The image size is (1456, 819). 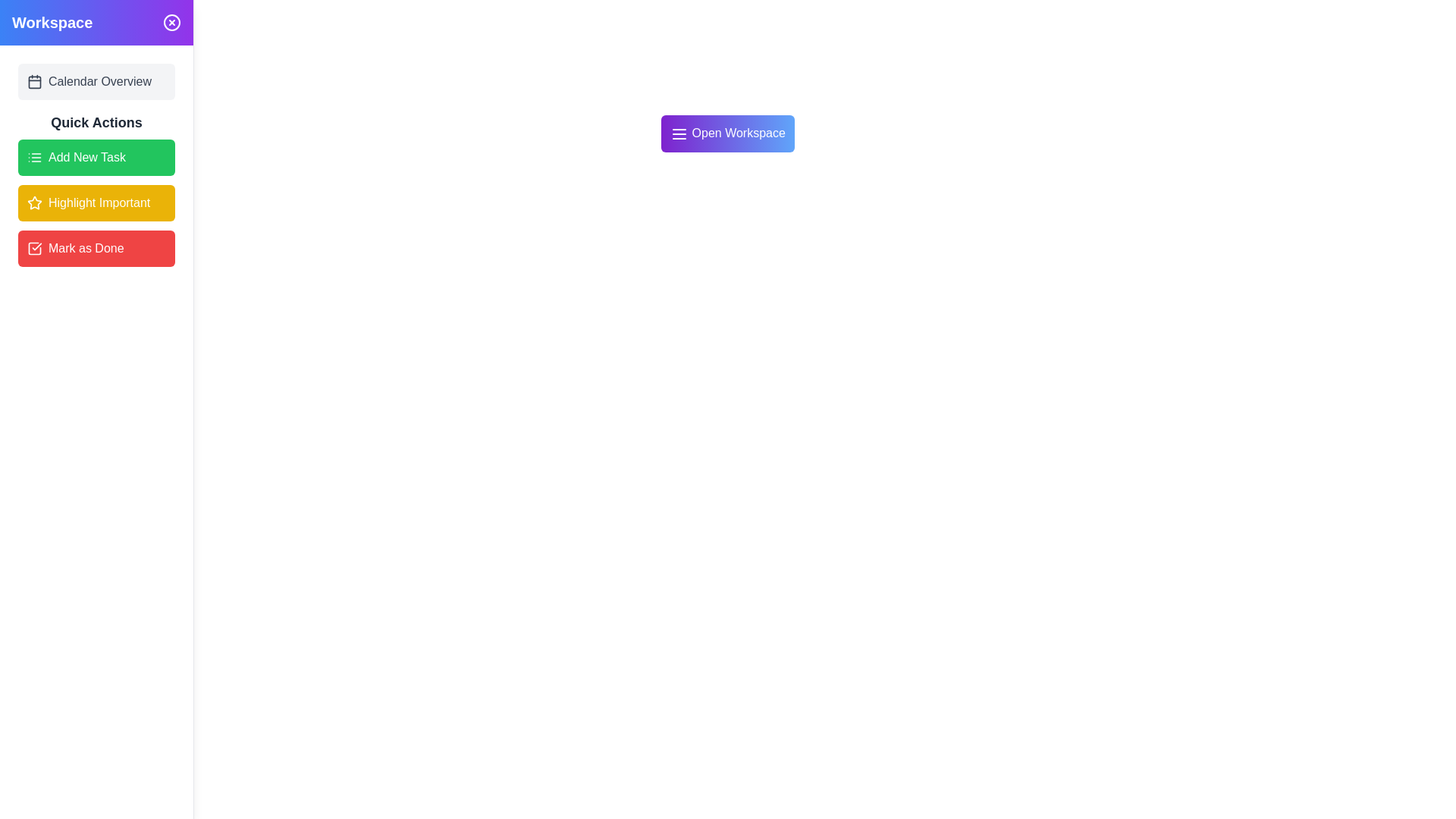 I want to click on the Menu Icon, which is represented by three horizontal lines stacked vertically, located on the left side of the 'Open Workspace' button, so click(x=679, y=133).